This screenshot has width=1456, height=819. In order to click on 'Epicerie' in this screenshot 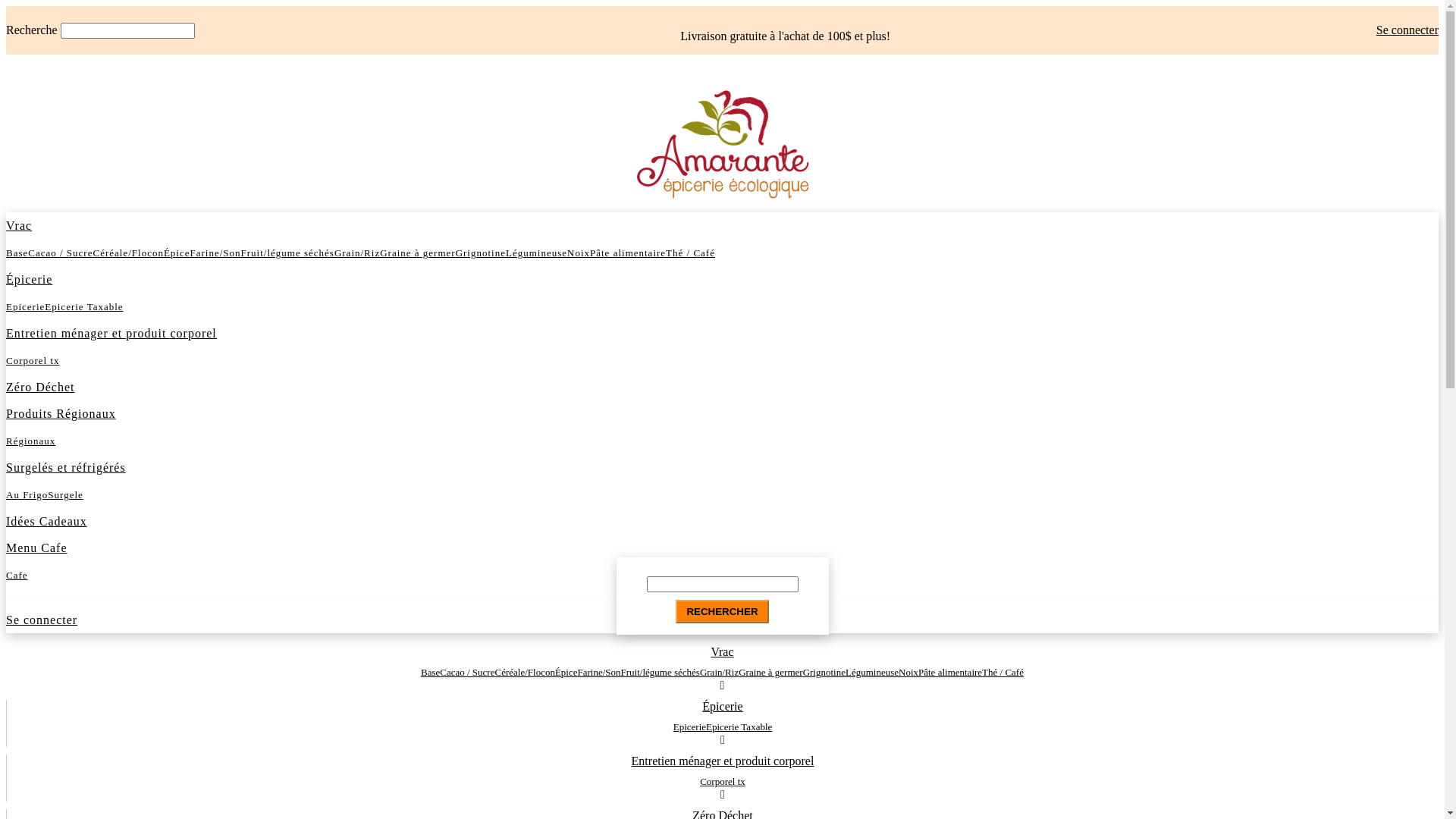, I will do `click(689, 726)`.